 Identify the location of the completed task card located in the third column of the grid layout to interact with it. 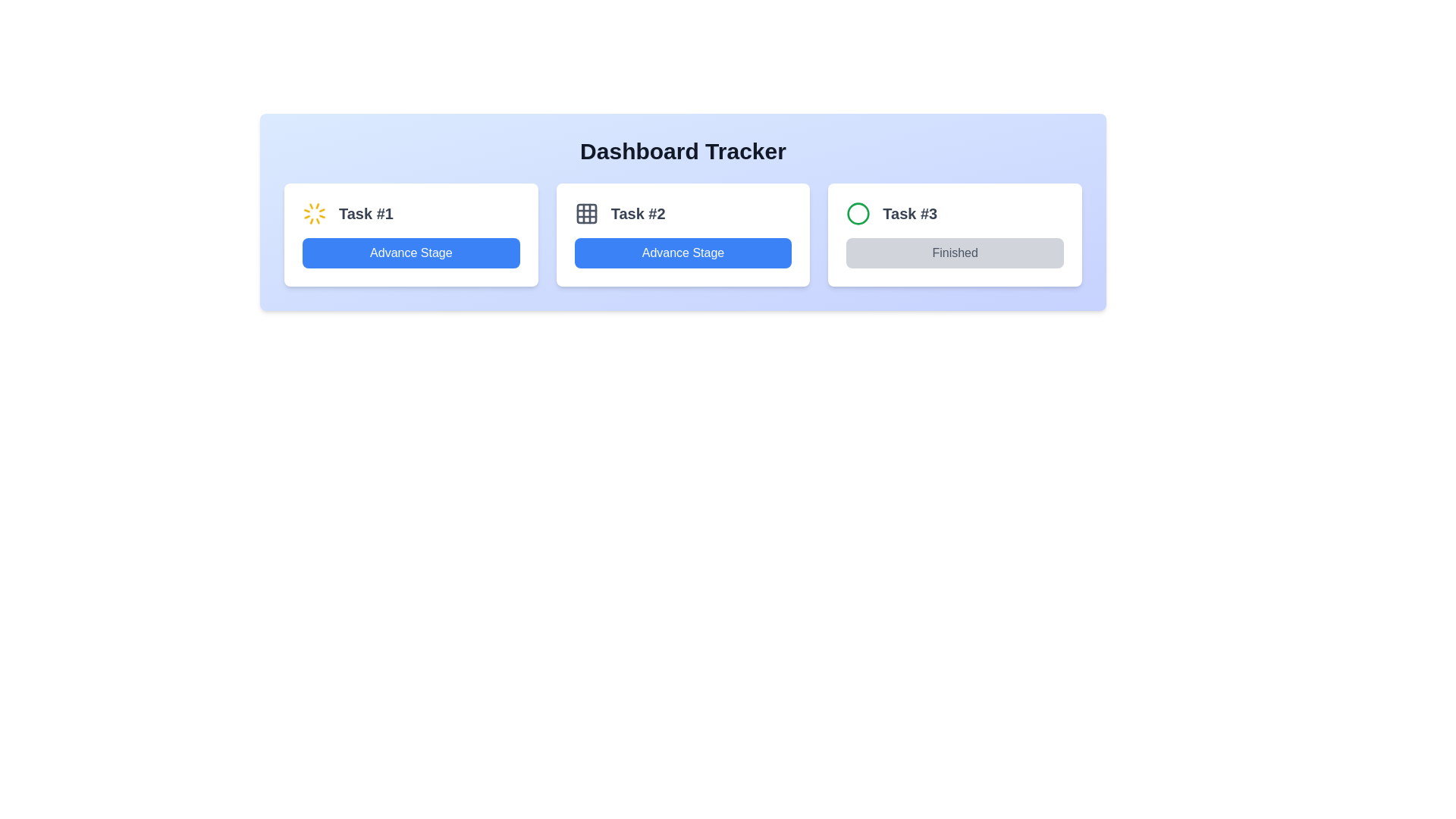
(954, 234).